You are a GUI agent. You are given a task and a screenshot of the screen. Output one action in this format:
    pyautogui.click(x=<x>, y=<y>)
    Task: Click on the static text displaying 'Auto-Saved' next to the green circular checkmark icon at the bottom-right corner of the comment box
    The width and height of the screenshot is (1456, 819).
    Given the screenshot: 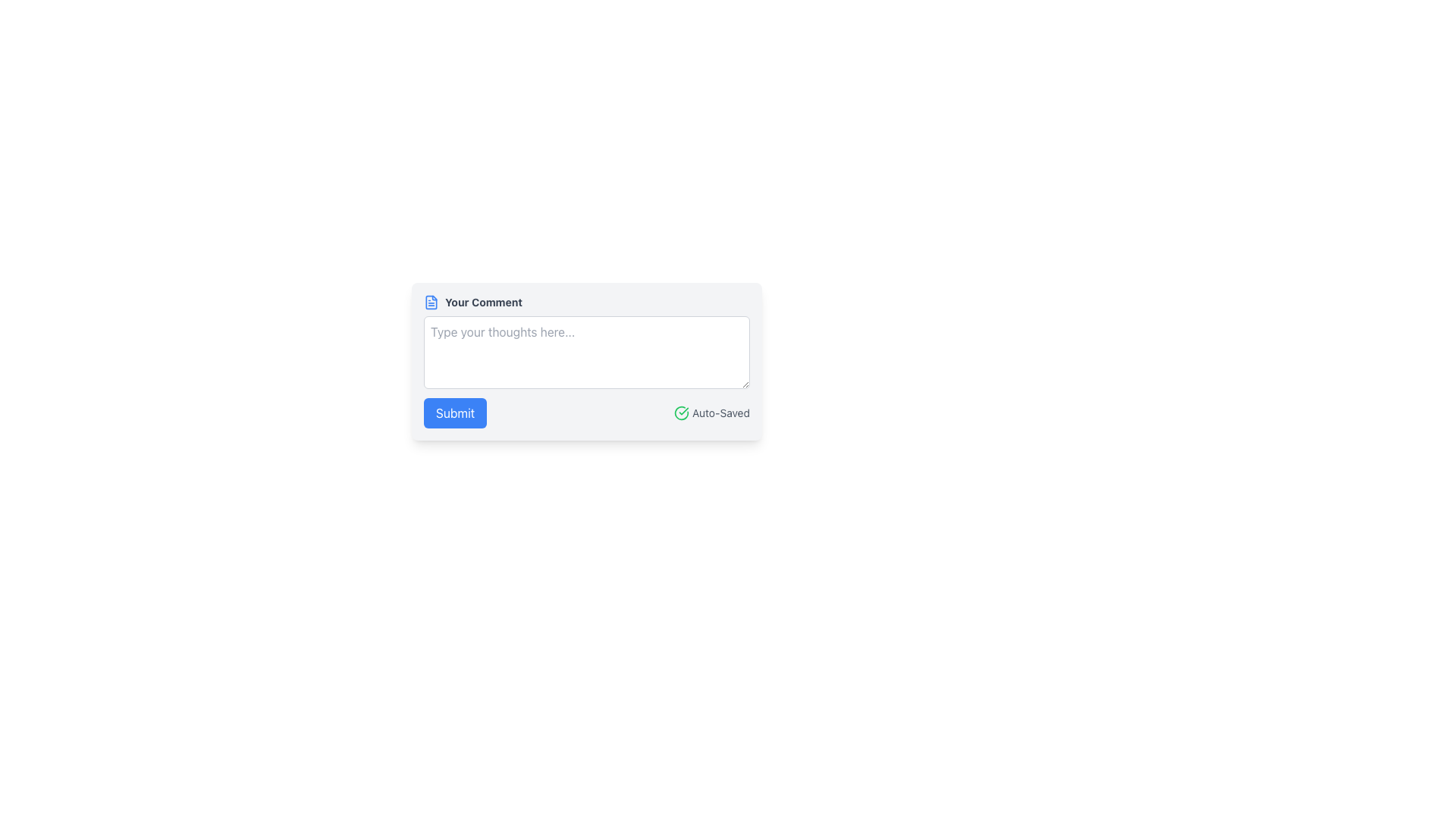 What is the action you would take?
    pyautogui.click(x=720, y=413)
    